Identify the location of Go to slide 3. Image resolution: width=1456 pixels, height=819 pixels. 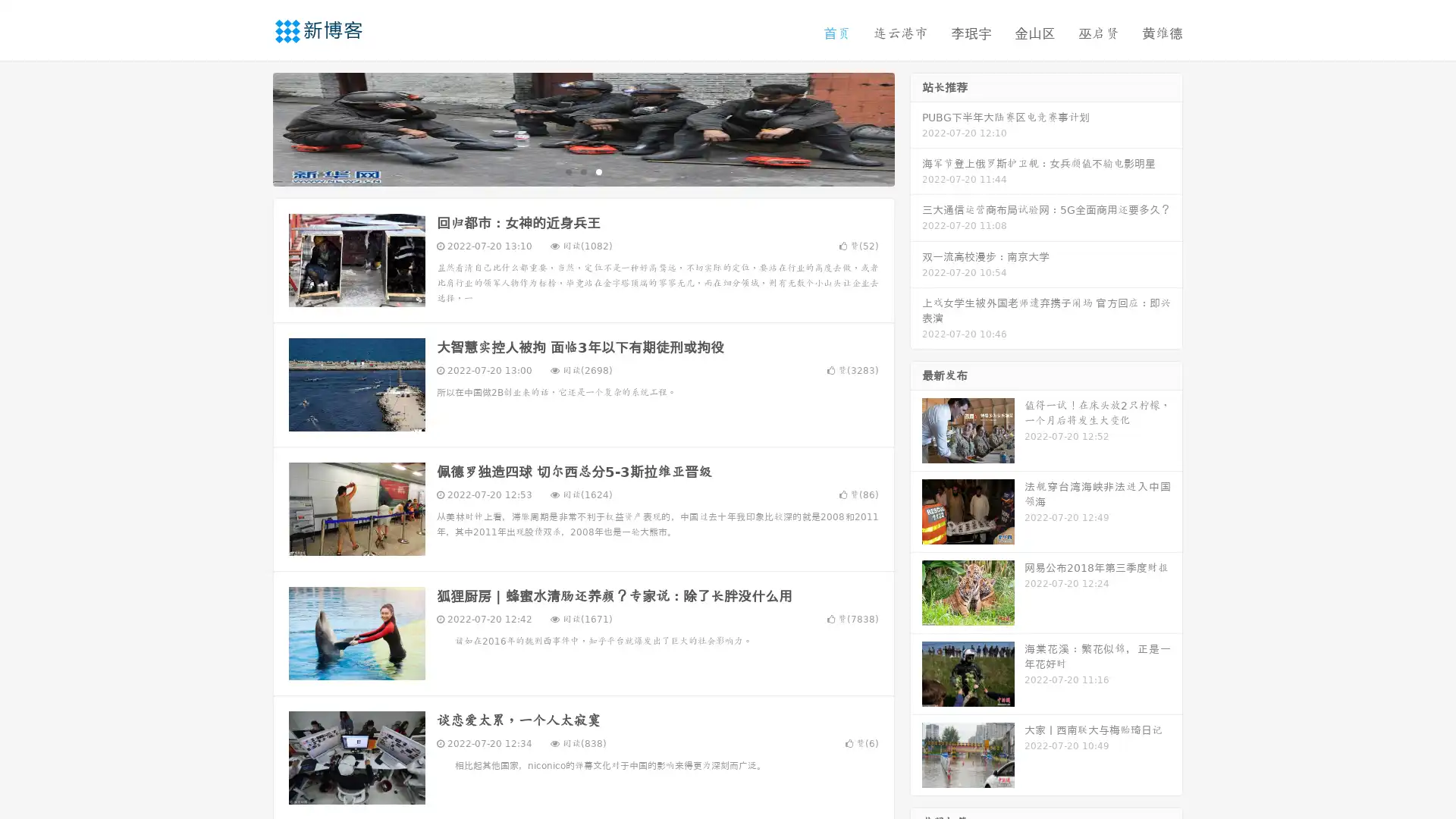
(598, 171).